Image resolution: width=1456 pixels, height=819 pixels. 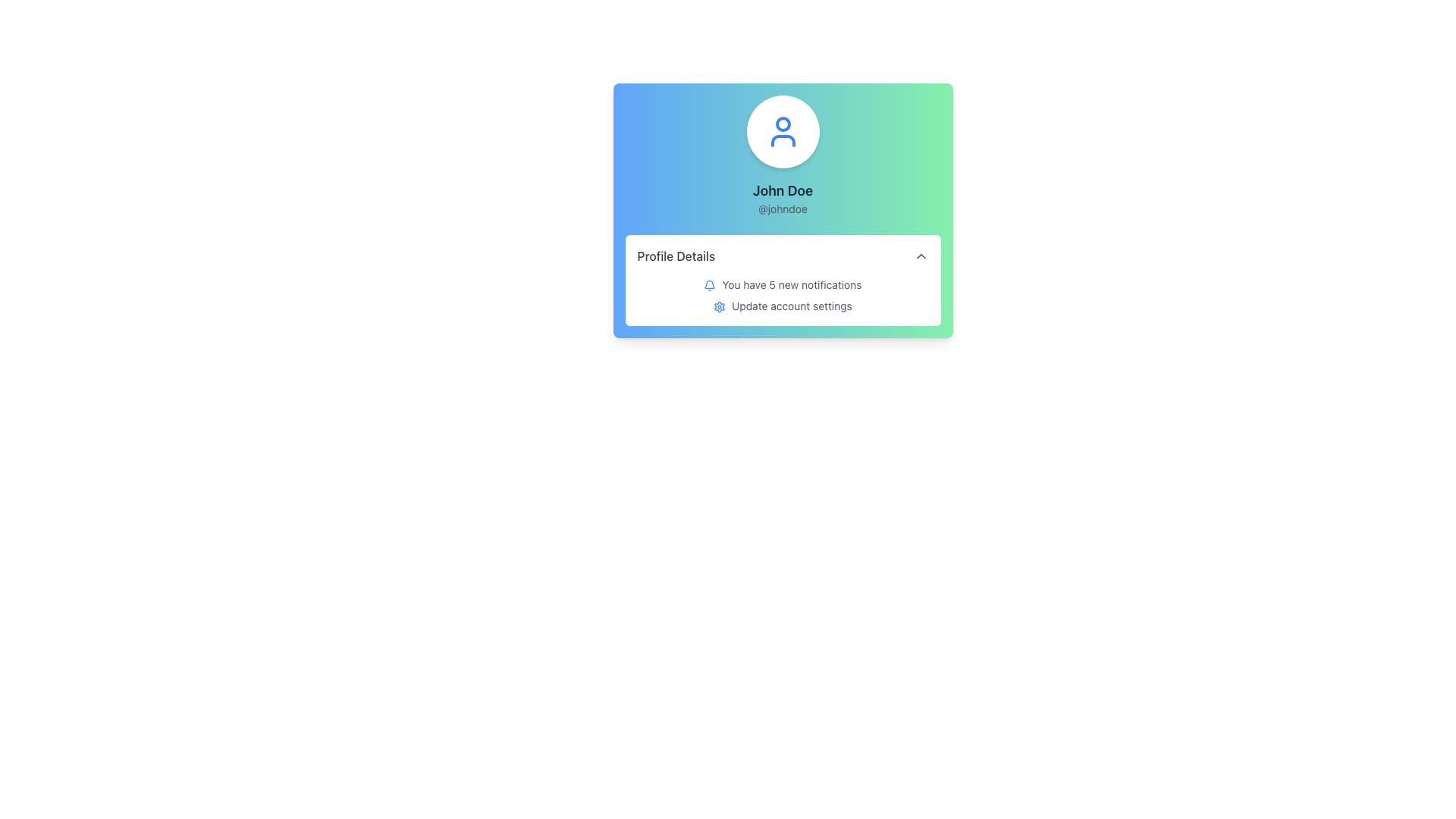 I want to click on the circular profile icon featuring a blue user silhouette, located at the top center of the card with a gradient background, so click(x=783, y=130).